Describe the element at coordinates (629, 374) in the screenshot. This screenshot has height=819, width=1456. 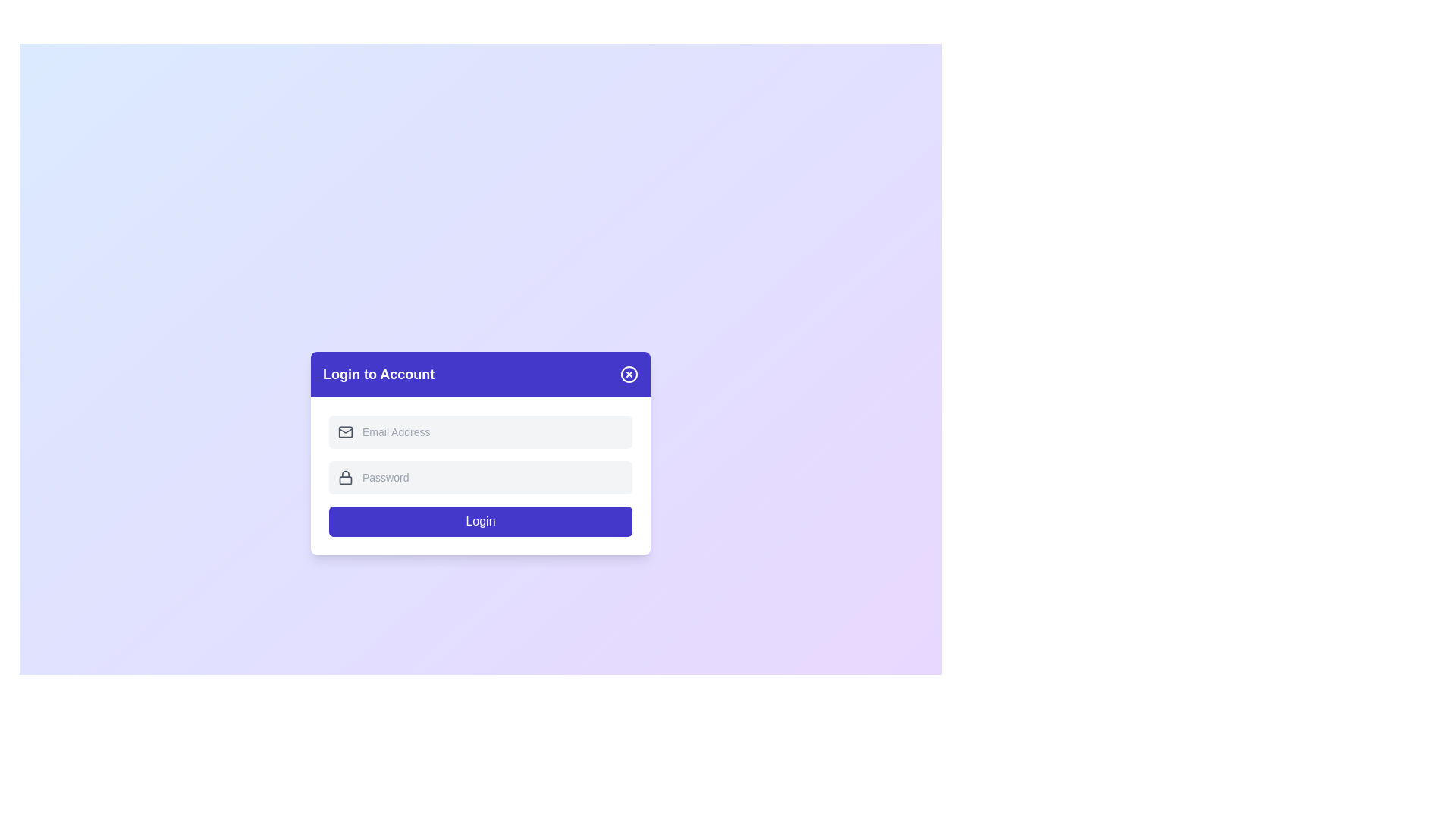
I see `the close button of the dialog` at that location.